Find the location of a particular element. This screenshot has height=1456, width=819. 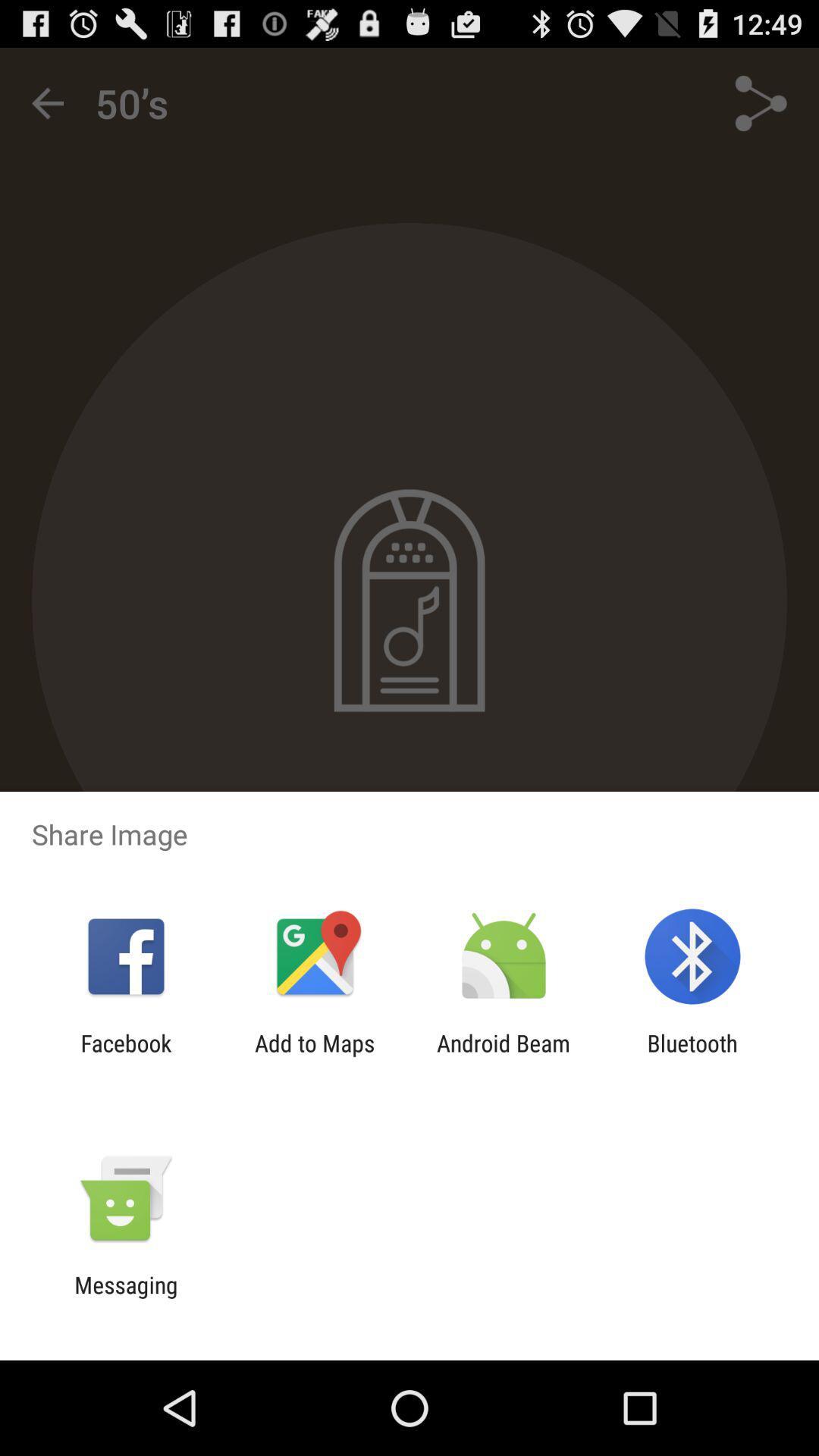

app to the right of facebook app is located at coordinates (314, 1056).